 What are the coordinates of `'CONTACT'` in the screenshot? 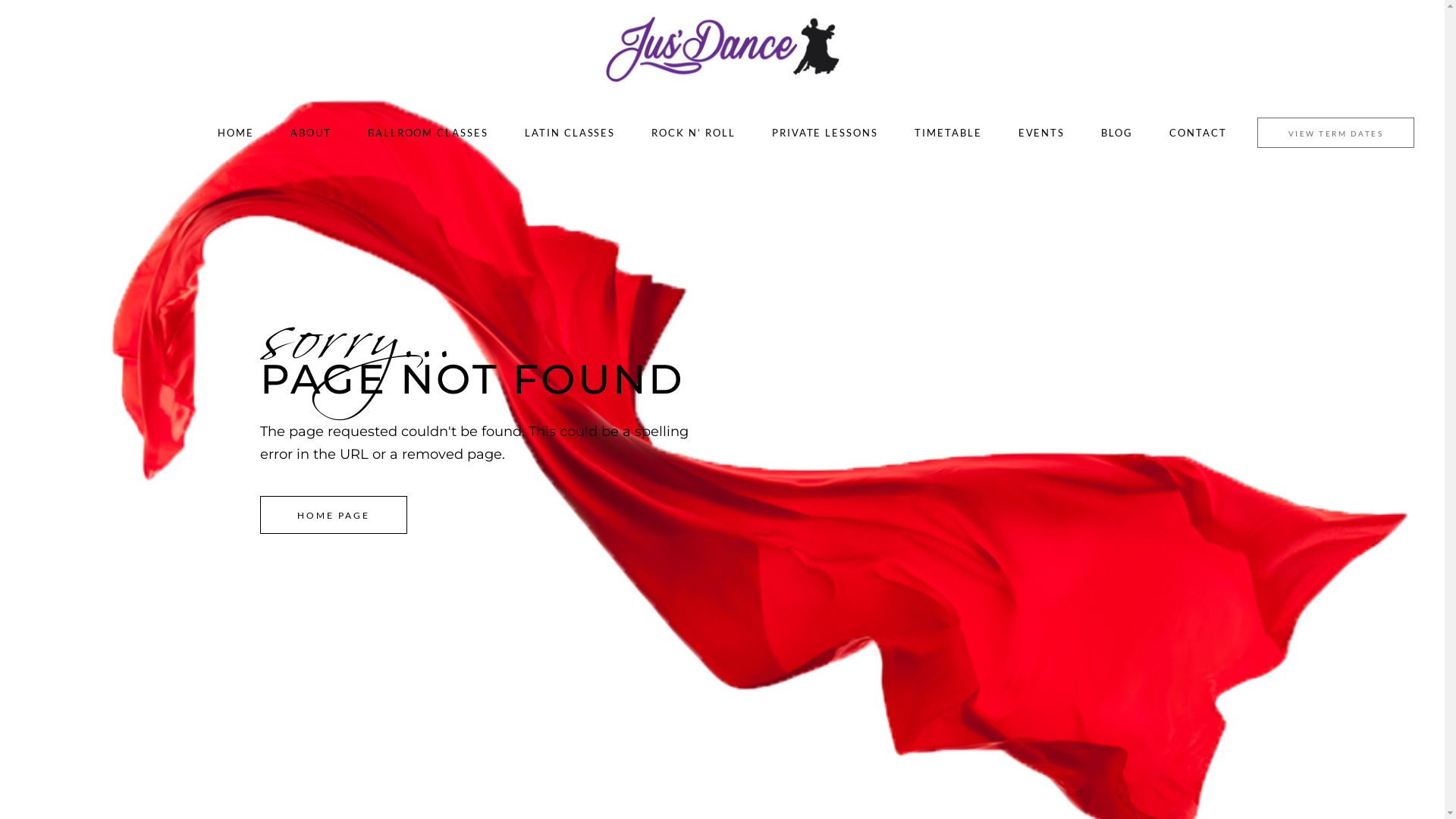 It's located at (1197, 131).